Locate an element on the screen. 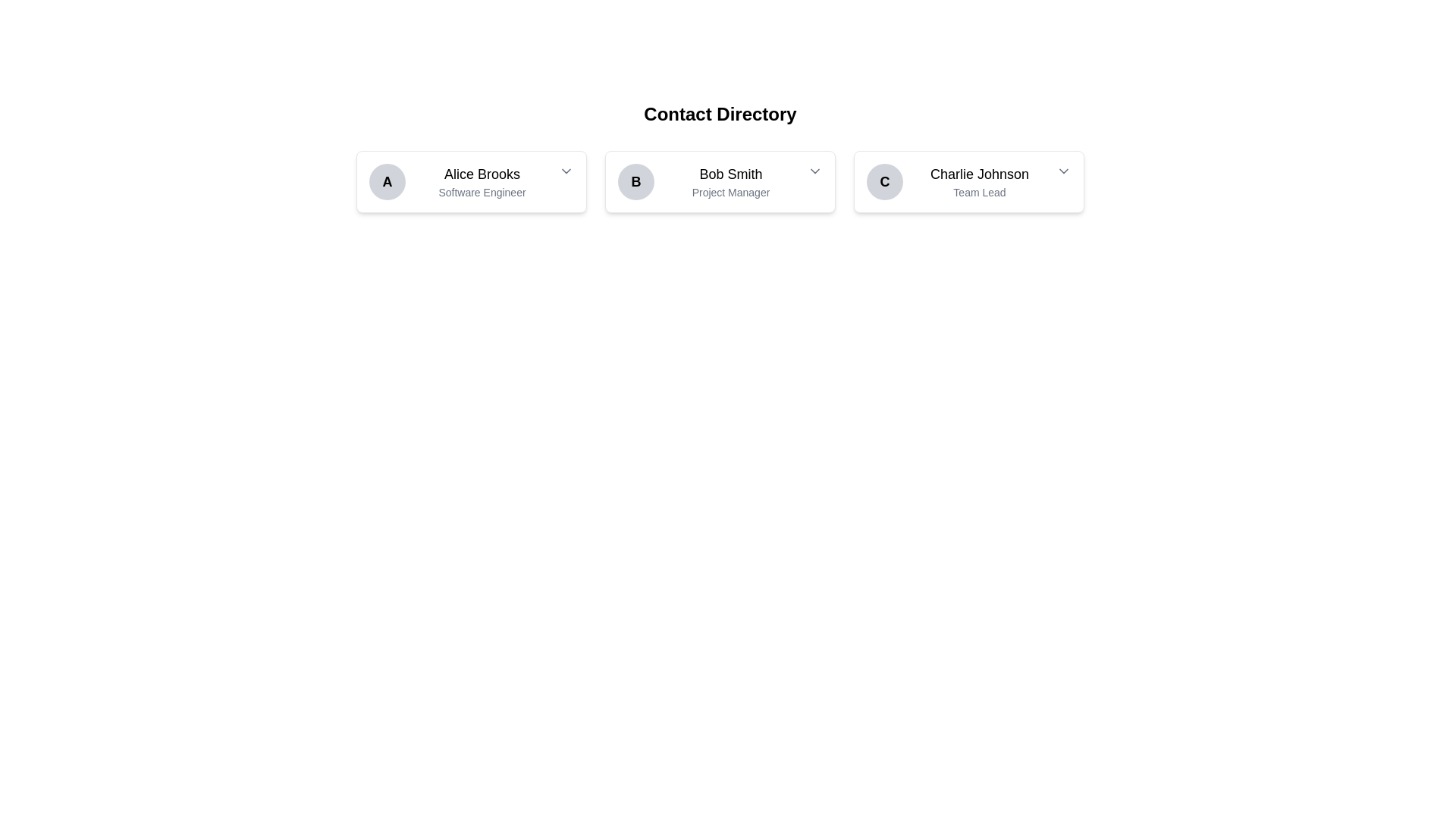 The width and height of the screenshot is (1456, 819). the first contact card in the directory is located at coordinates (471, 180).